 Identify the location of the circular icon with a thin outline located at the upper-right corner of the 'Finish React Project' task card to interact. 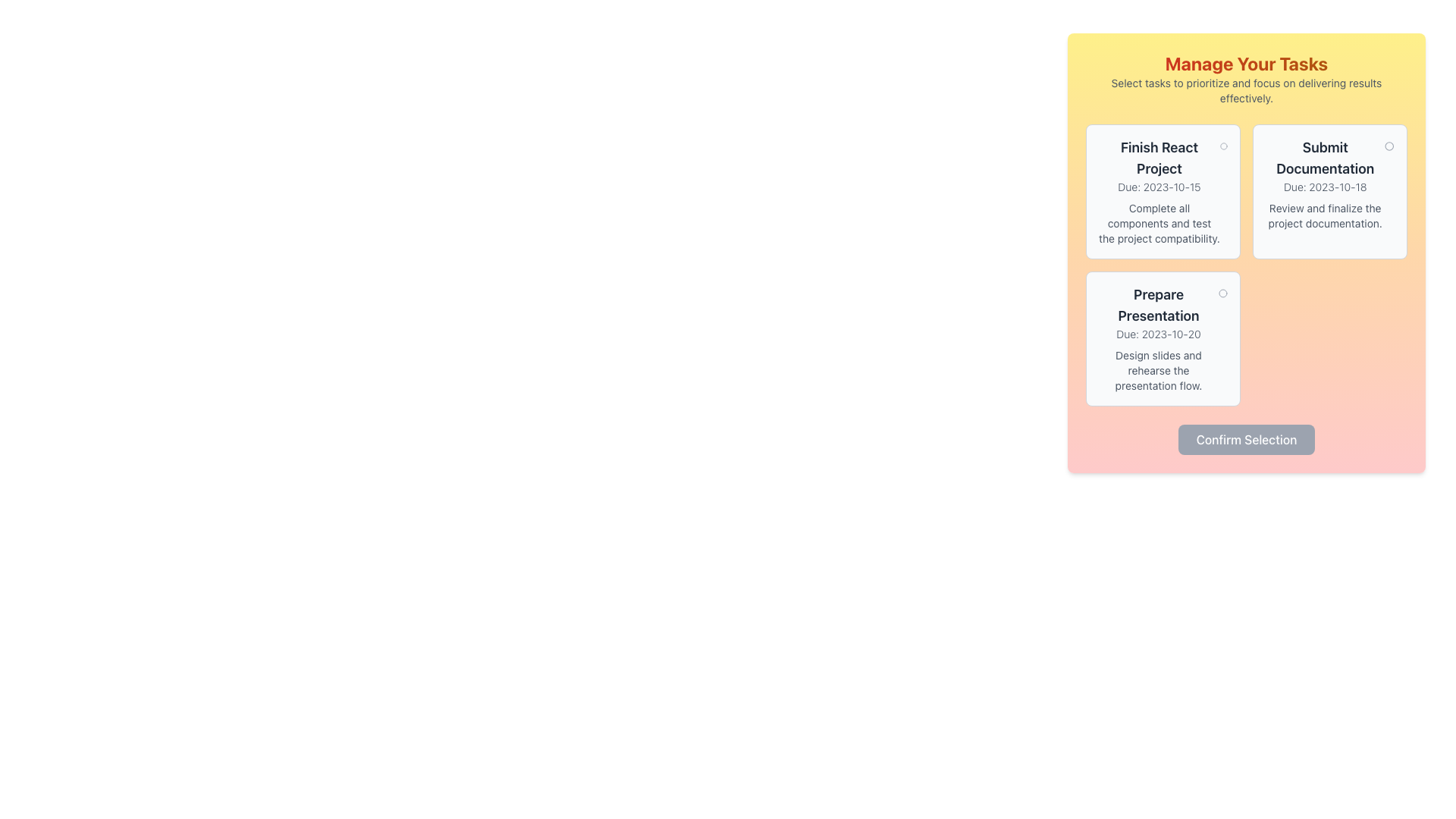
(1223, 146).